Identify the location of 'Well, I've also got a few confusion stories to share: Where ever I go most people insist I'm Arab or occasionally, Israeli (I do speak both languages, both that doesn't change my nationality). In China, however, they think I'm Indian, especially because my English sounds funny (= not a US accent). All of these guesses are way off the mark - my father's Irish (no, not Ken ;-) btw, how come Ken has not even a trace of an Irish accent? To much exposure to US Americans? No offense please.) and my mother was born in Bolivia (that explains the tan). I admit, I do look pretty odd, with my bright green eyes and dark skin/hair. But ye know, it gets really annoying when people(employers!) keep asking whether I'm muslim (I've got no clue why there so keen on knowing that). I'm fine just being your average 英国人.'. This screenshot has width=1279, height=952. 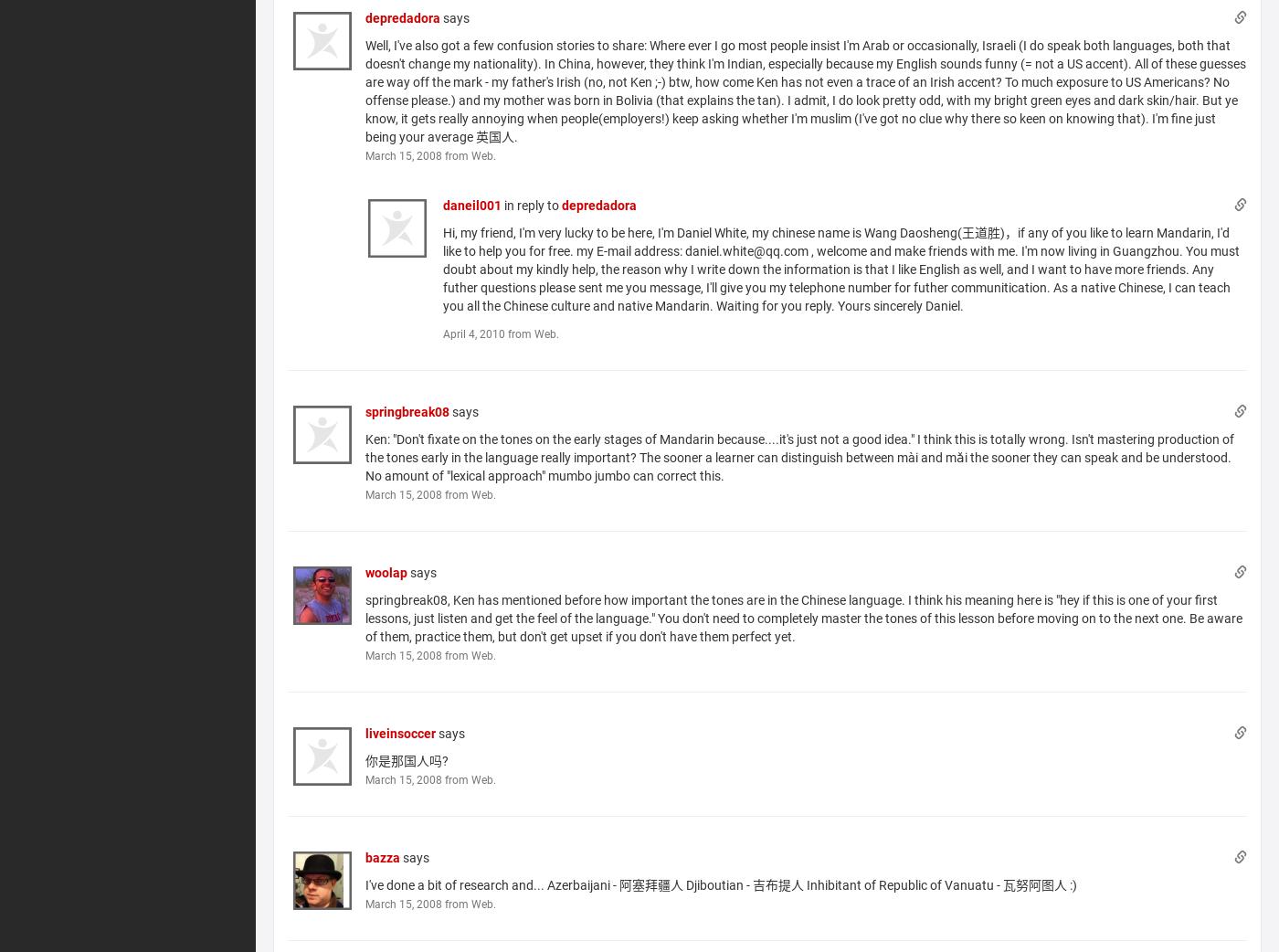
(806, 90).